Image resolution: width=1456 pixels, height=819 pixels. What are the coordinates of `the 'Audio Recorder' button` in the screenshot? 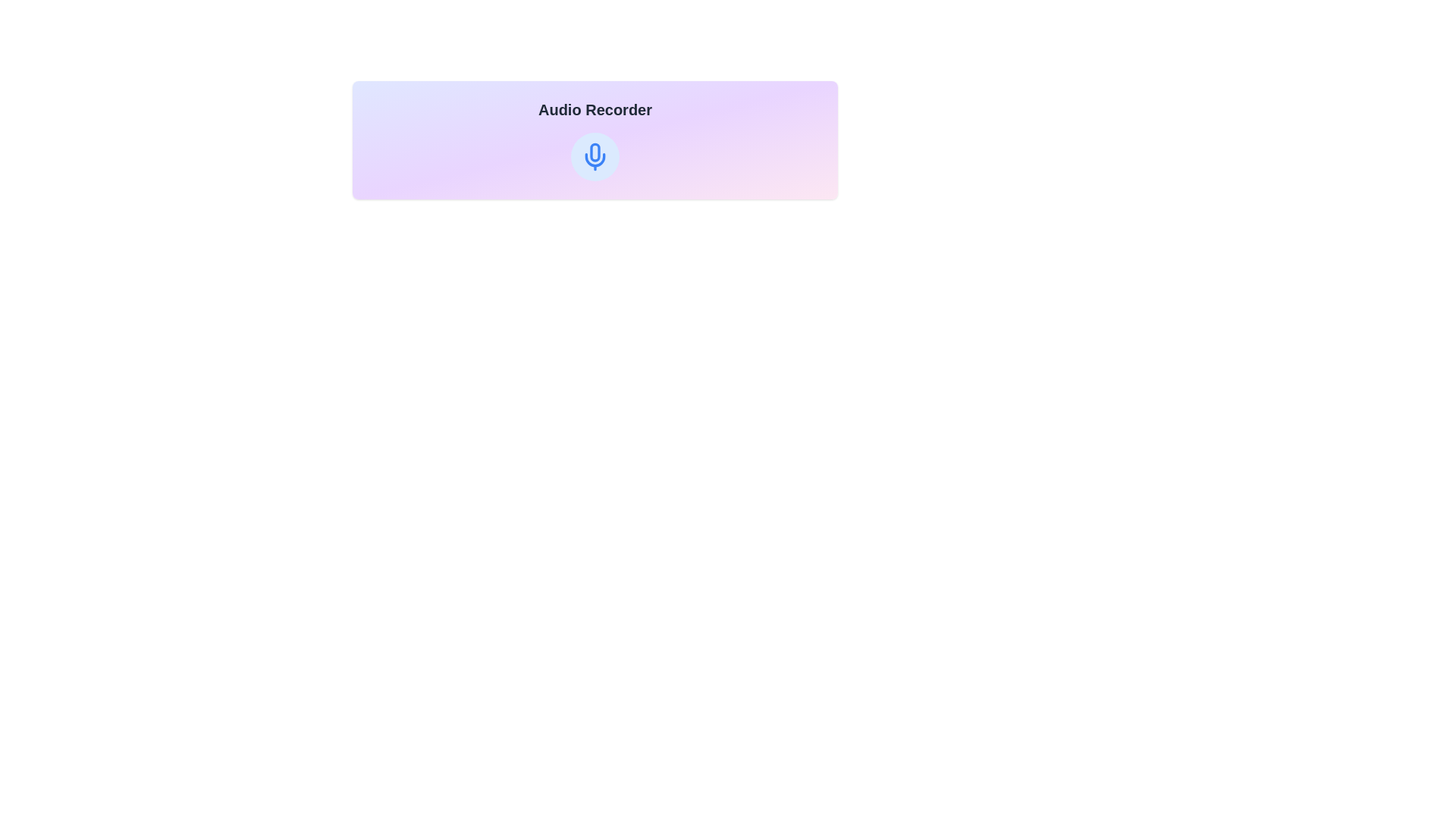 It's located at (595, 157).